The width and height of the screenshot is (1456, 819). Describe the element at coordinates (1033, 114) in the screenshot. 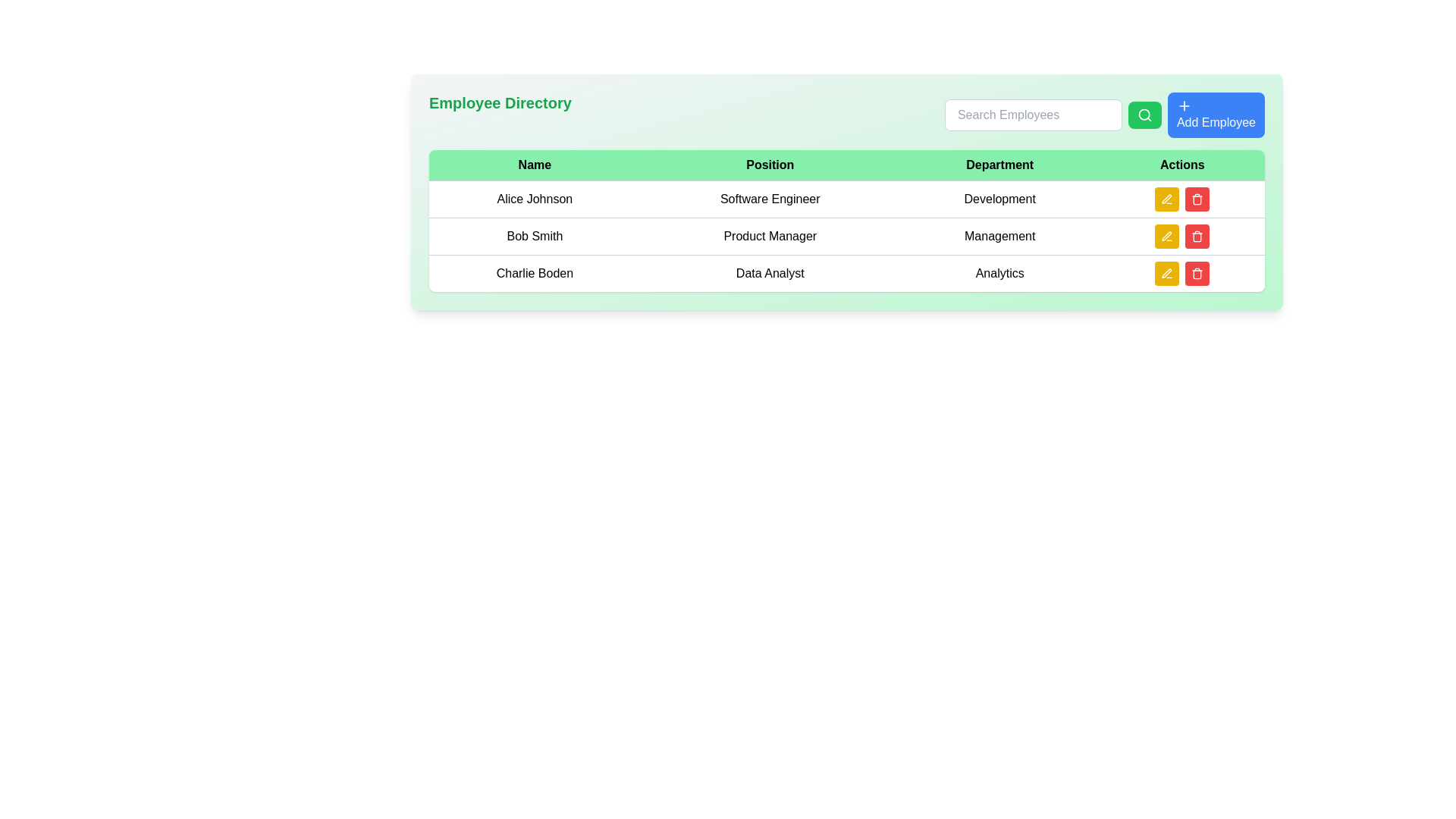

I see `the text input field used for searching employees, which is positioned to the left of the search button and to the right of the employee details table` at that location.